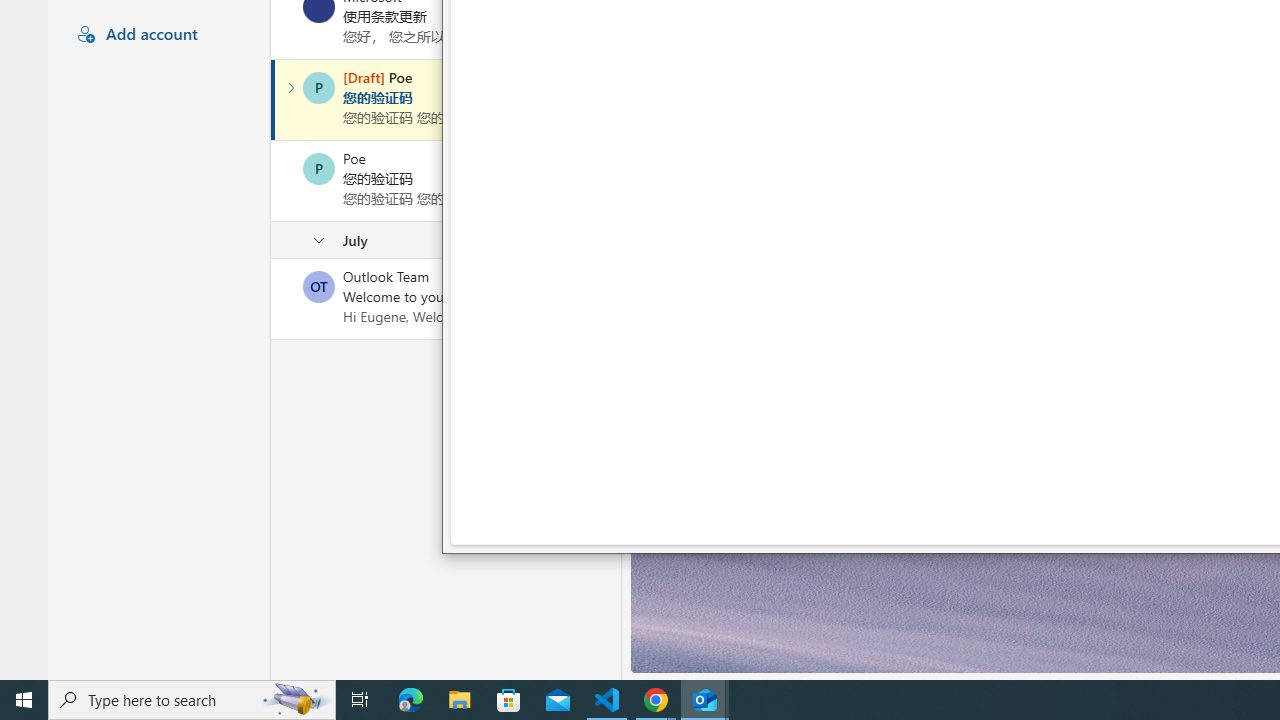 Image resolution: width=1280 pixels, height=720 pixels. What do you see at coordinates (410, 698) in the screenshot?
I see `'Microsoft Edge'` at bounding box center [410, 698].